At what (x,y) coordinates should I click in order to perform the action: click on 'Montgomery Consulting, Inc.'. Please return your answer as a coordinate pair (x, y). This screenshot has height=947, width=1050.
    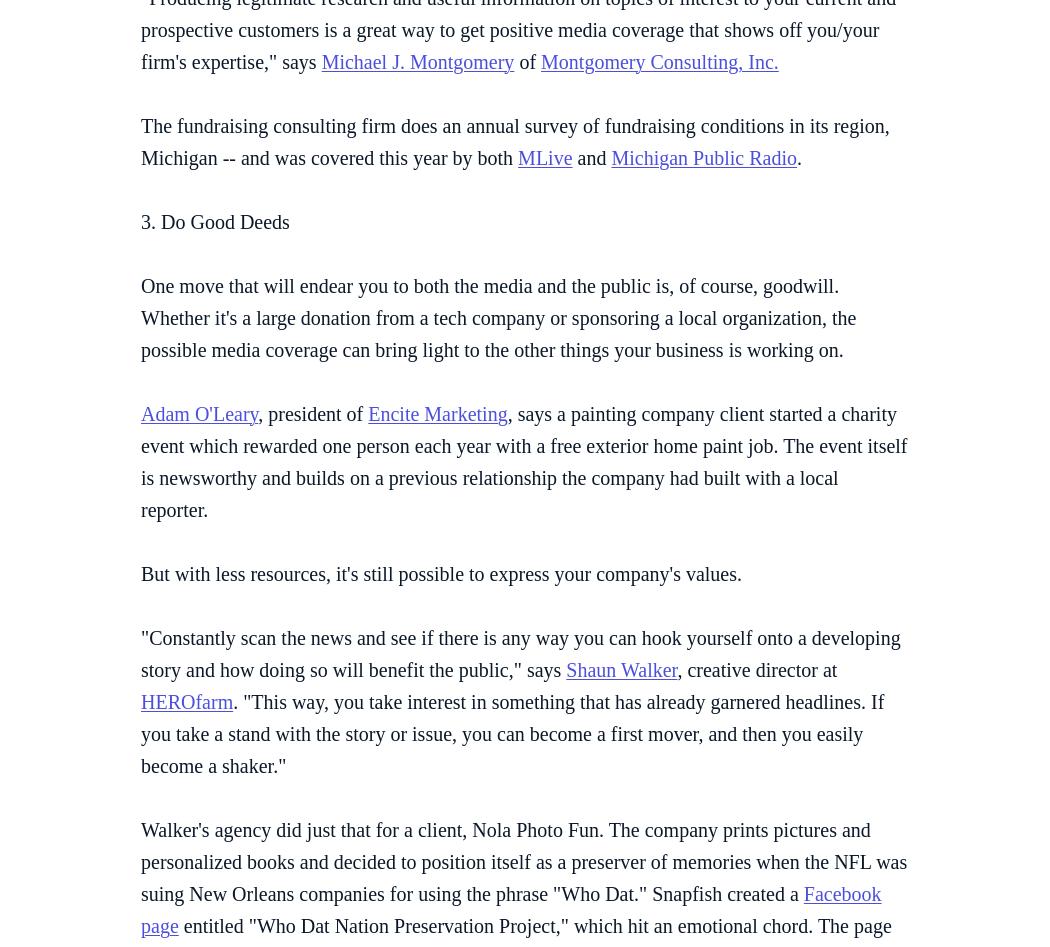
    Looking at the image, I should click on (540, 60).